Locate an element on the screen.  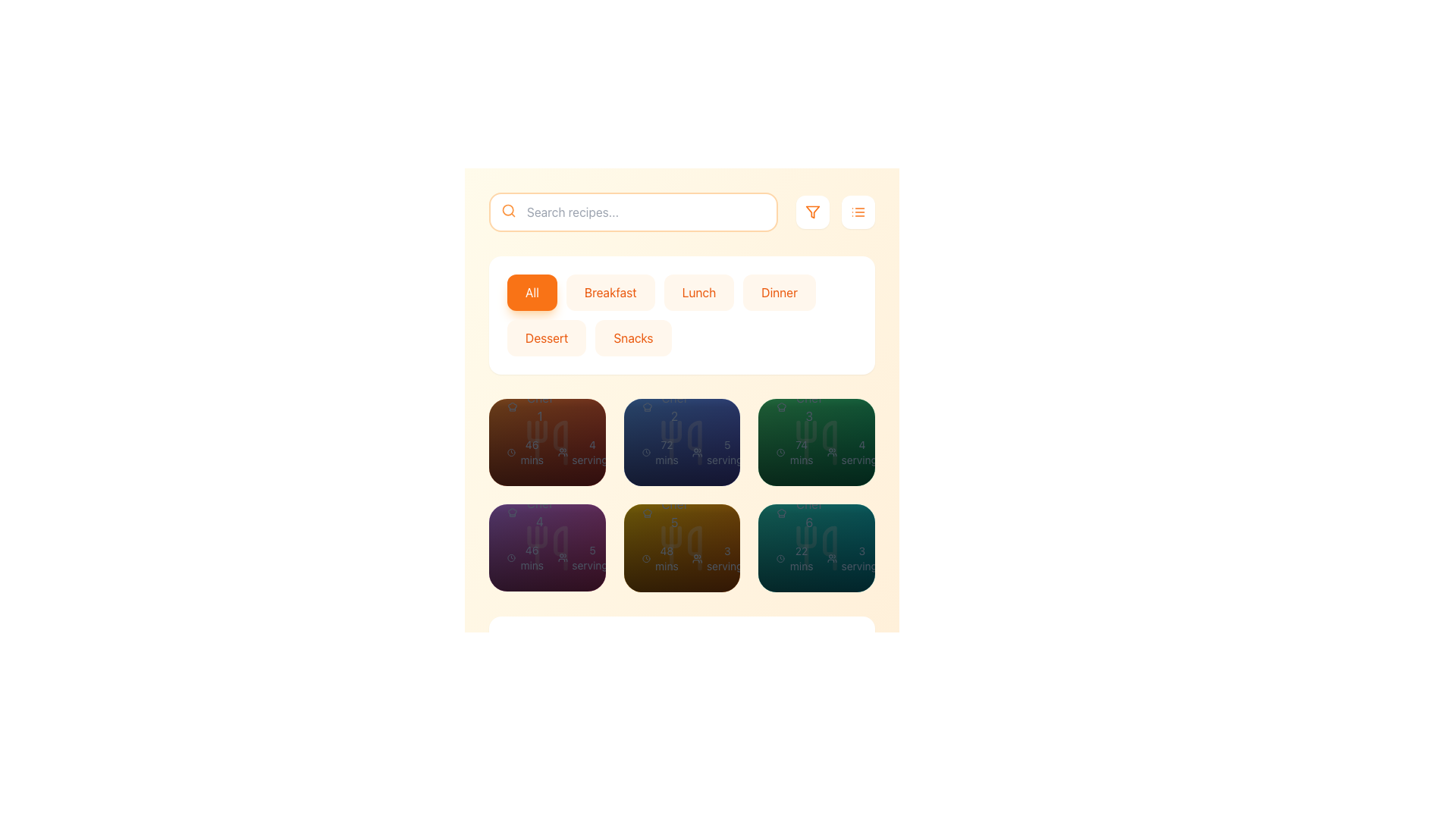
the element labeled 'Chef 2' which is located in the card titled 'Recipe 2 Chef 2' in the bottom section, below the title 'Recipe 2' is located at coordinates (666, 406).